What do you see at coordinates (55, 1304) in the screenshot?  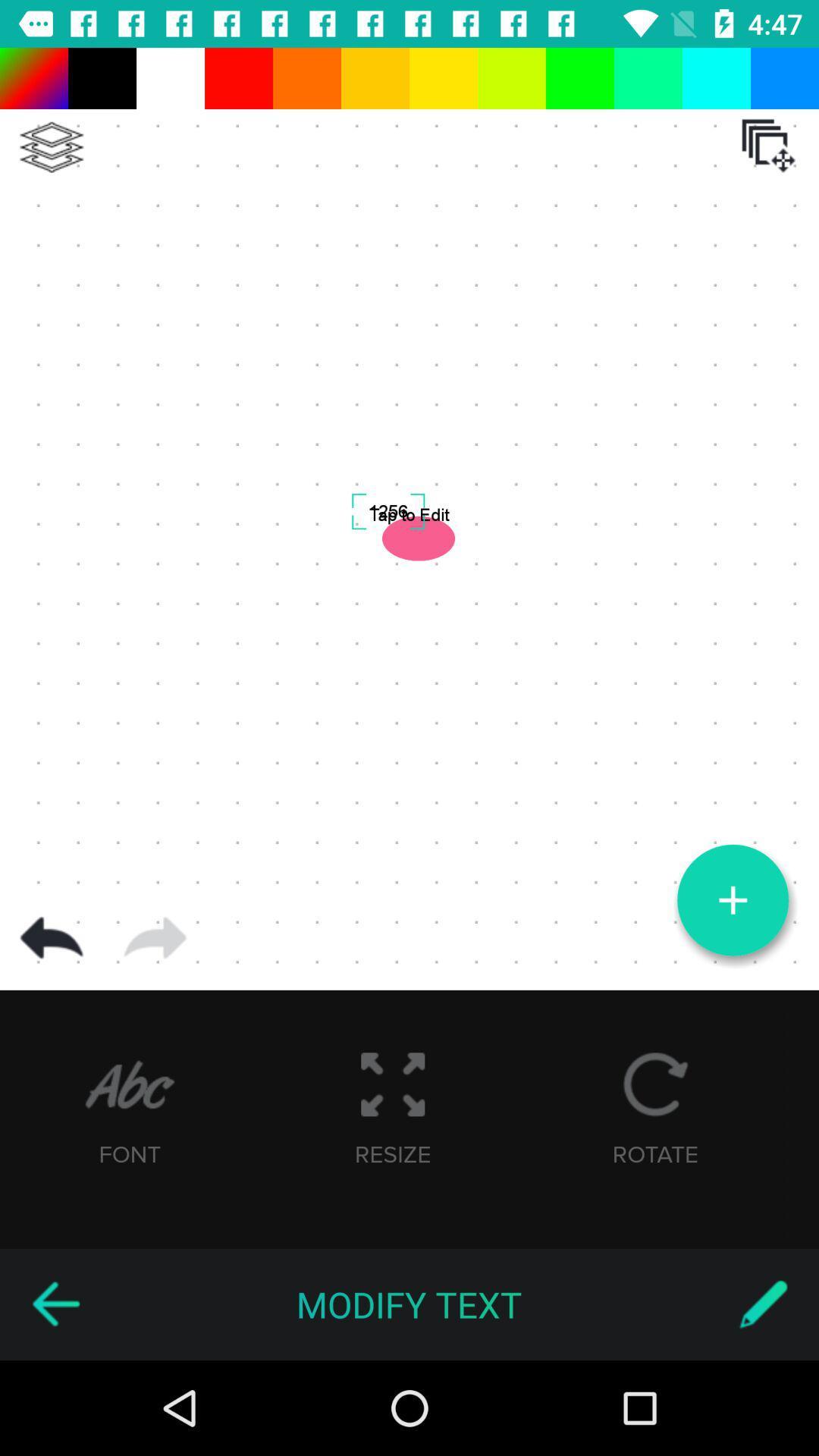 I see `previous` at bounding box center [55, 1304].